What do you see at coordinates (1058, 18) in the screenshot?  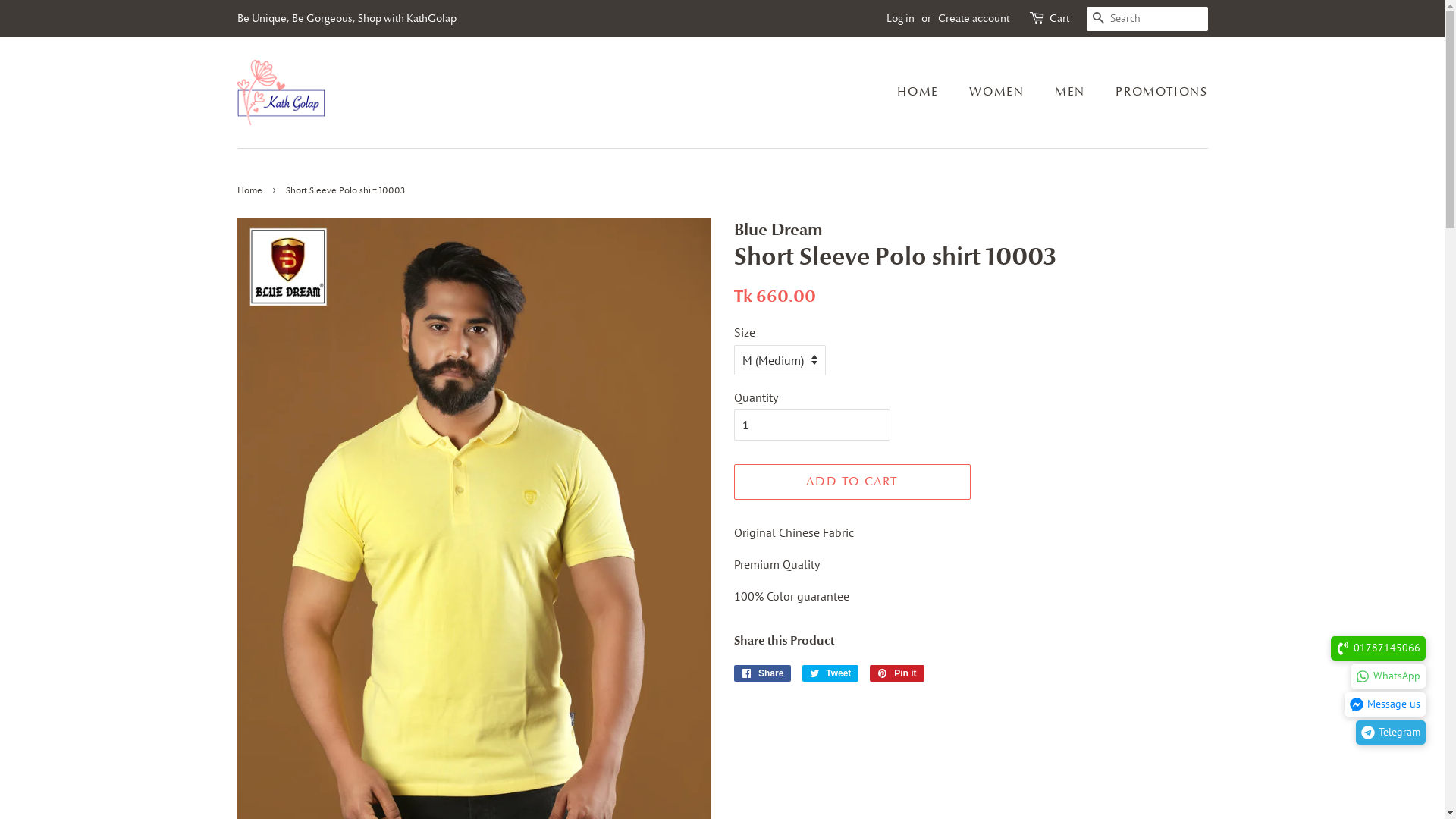 I see `'Cart'` at bounding box center [1058, 18].